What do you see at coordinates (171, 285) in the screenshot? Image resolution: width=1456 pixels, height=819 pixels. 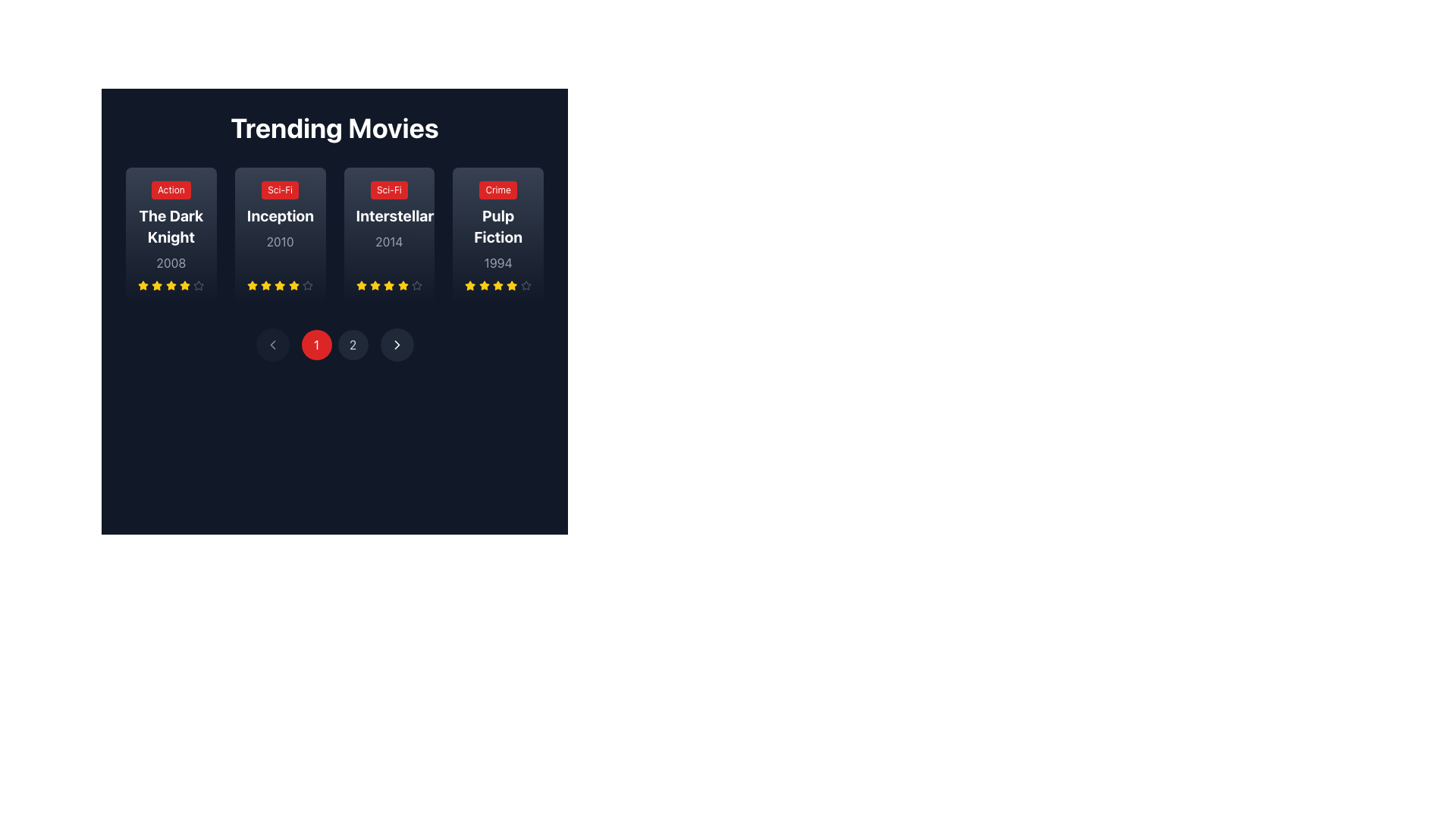 I see `the rating stars for the movie 'The Dark Knight'` at bounding box center [171, 285].